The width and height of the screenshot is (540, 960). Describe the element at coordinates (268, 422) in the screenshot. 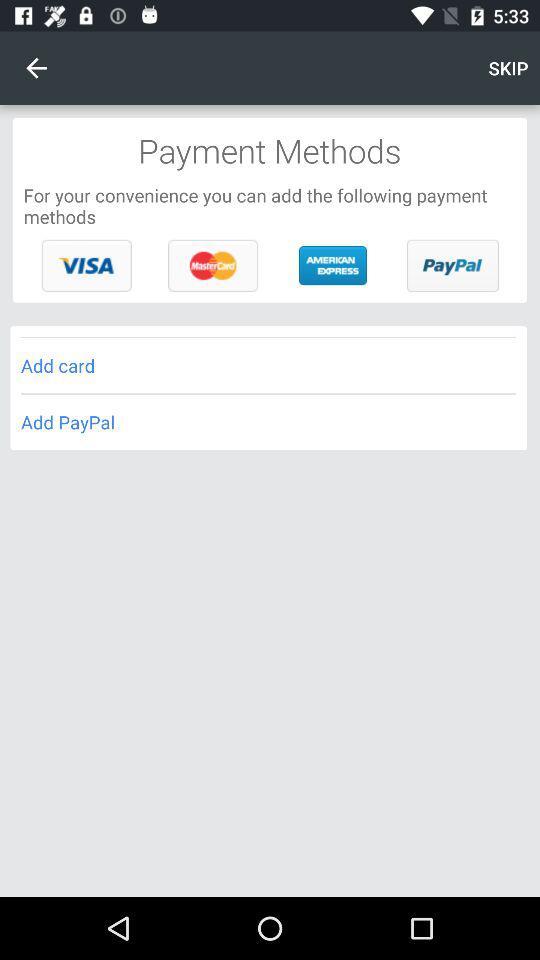

I see `the item below add card` at that location.